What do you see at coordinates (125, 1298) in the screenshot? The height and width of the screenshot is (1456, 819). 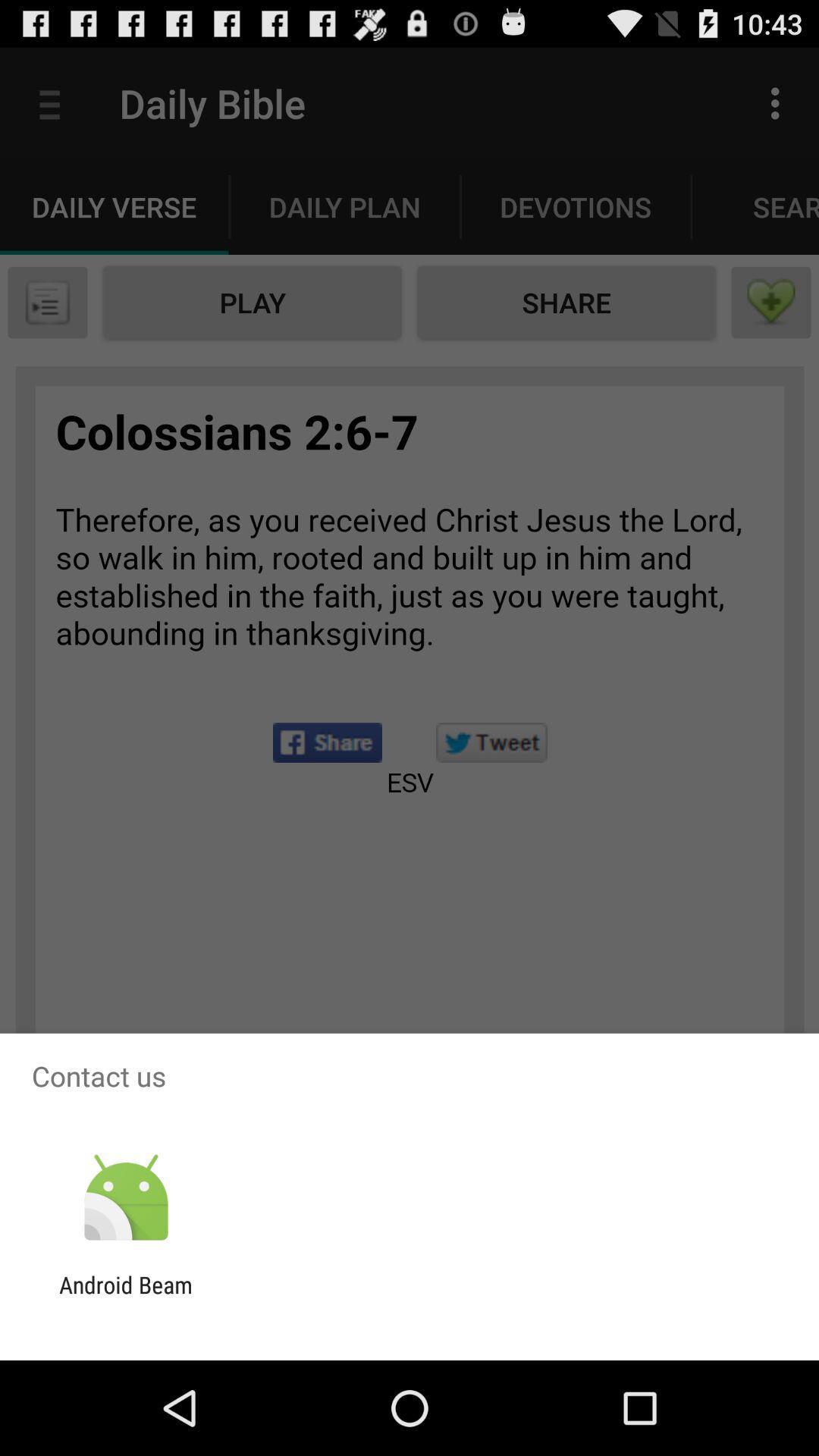 I see `the android beam item` at bounding box center [125, 1298].